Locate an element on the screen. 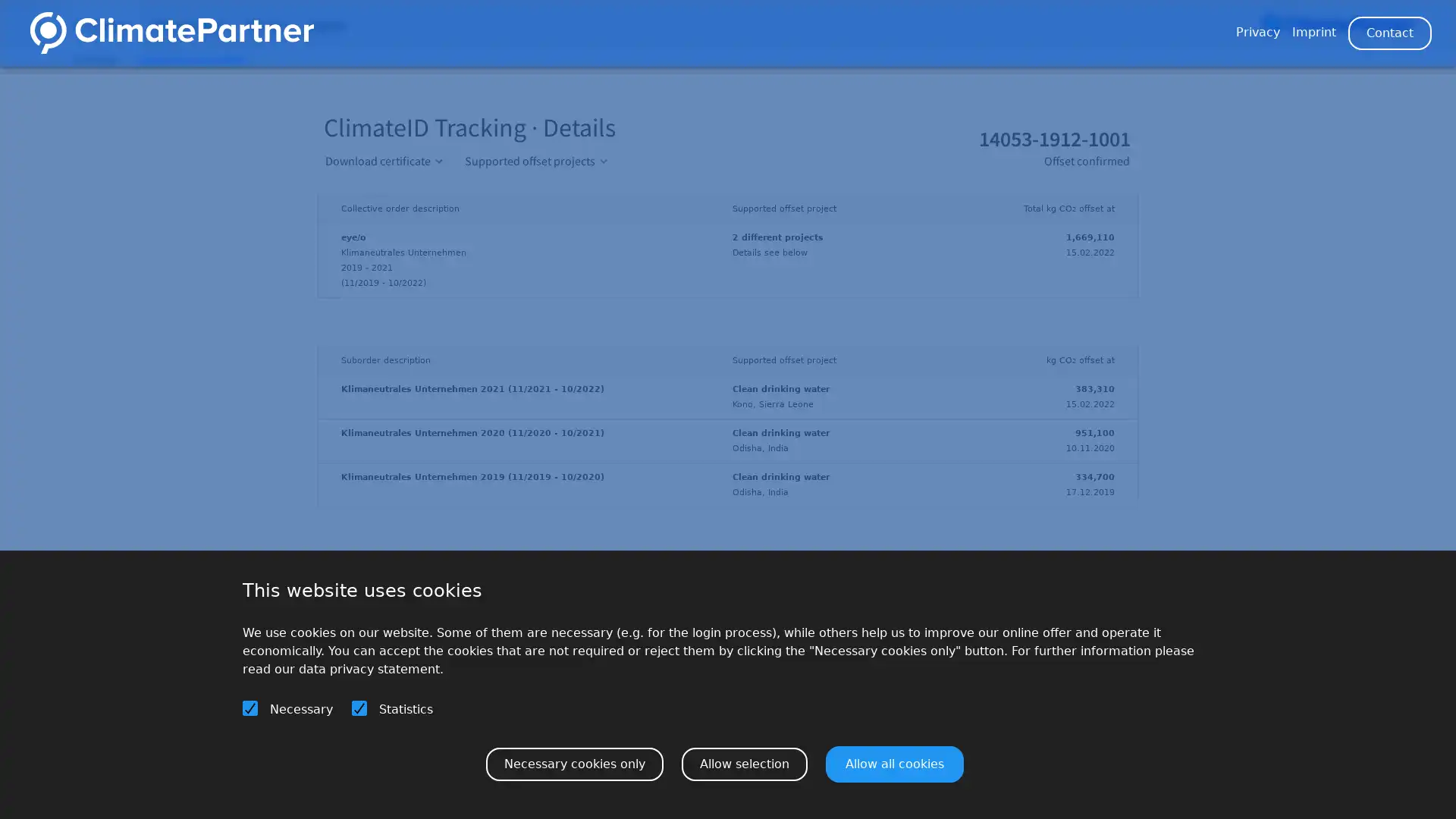  Necessary cookies only is located at coordinates (574, 763).